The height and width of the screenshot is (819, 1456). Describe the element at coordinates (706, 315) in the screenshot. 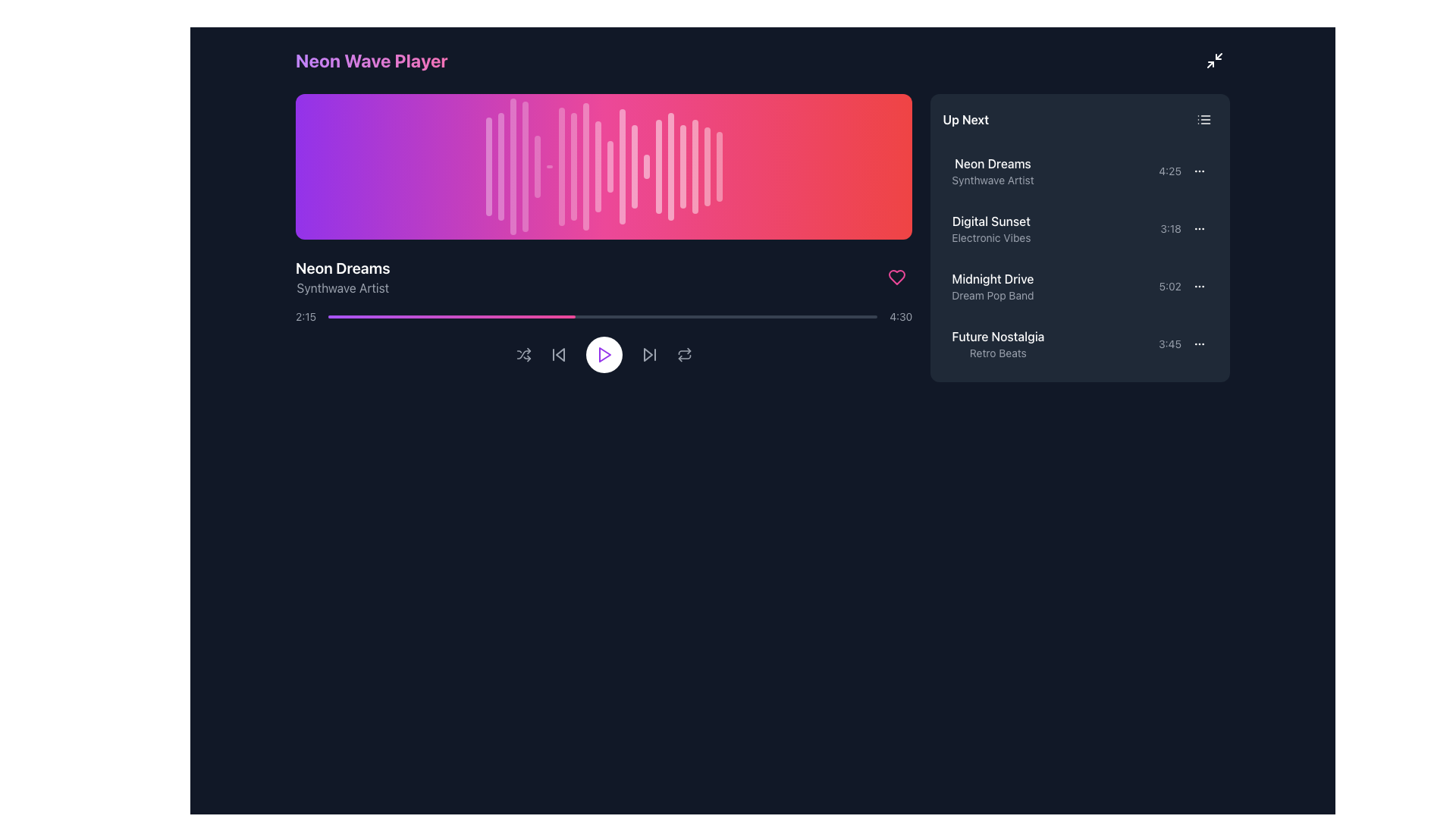

I see `the media progress` at that location.